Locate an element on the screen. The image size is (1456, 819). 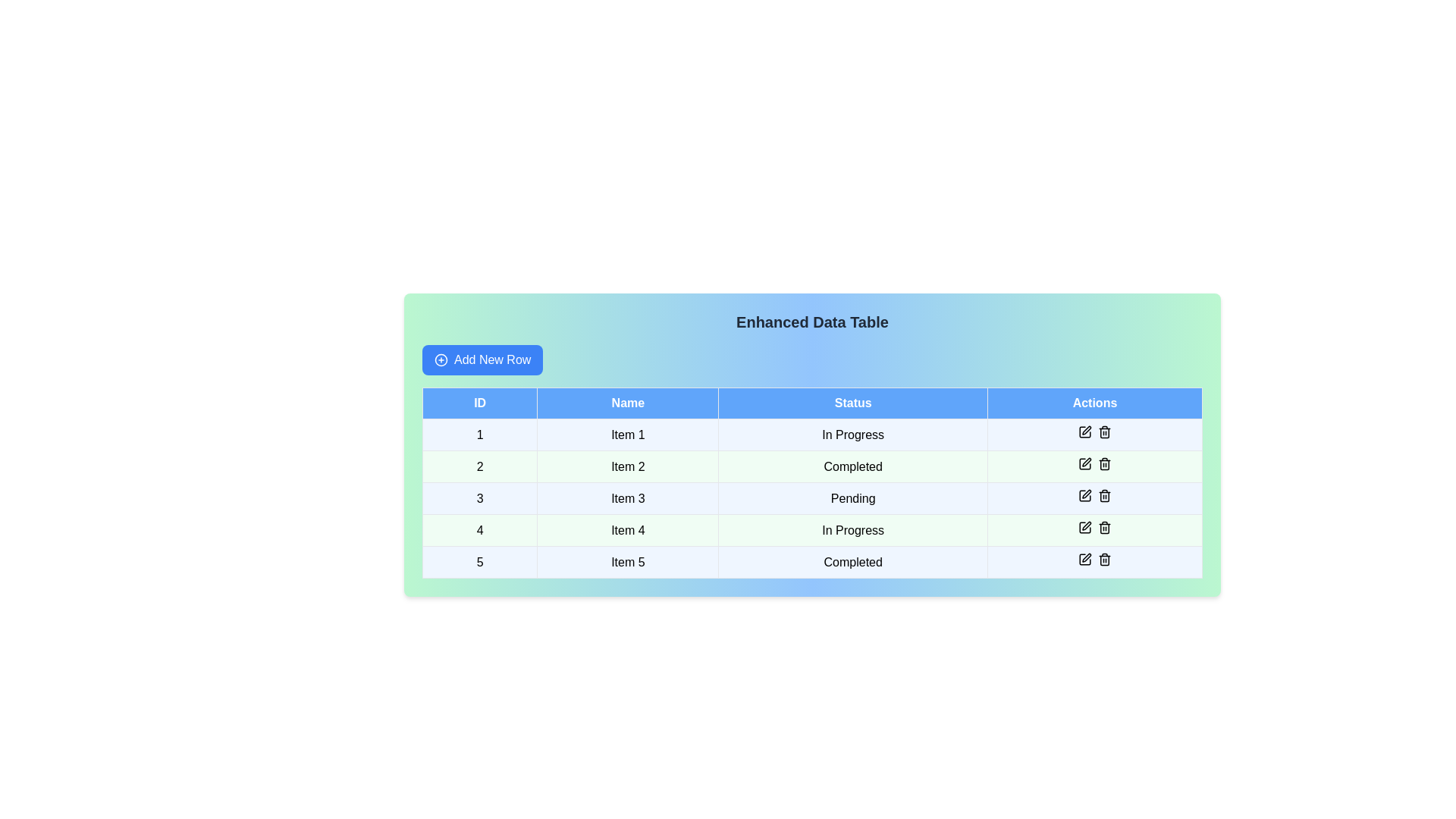
the status indicator text label in the fourth row, third column of the data table associated with 'Item 4' is located at coordinates (853, 529).